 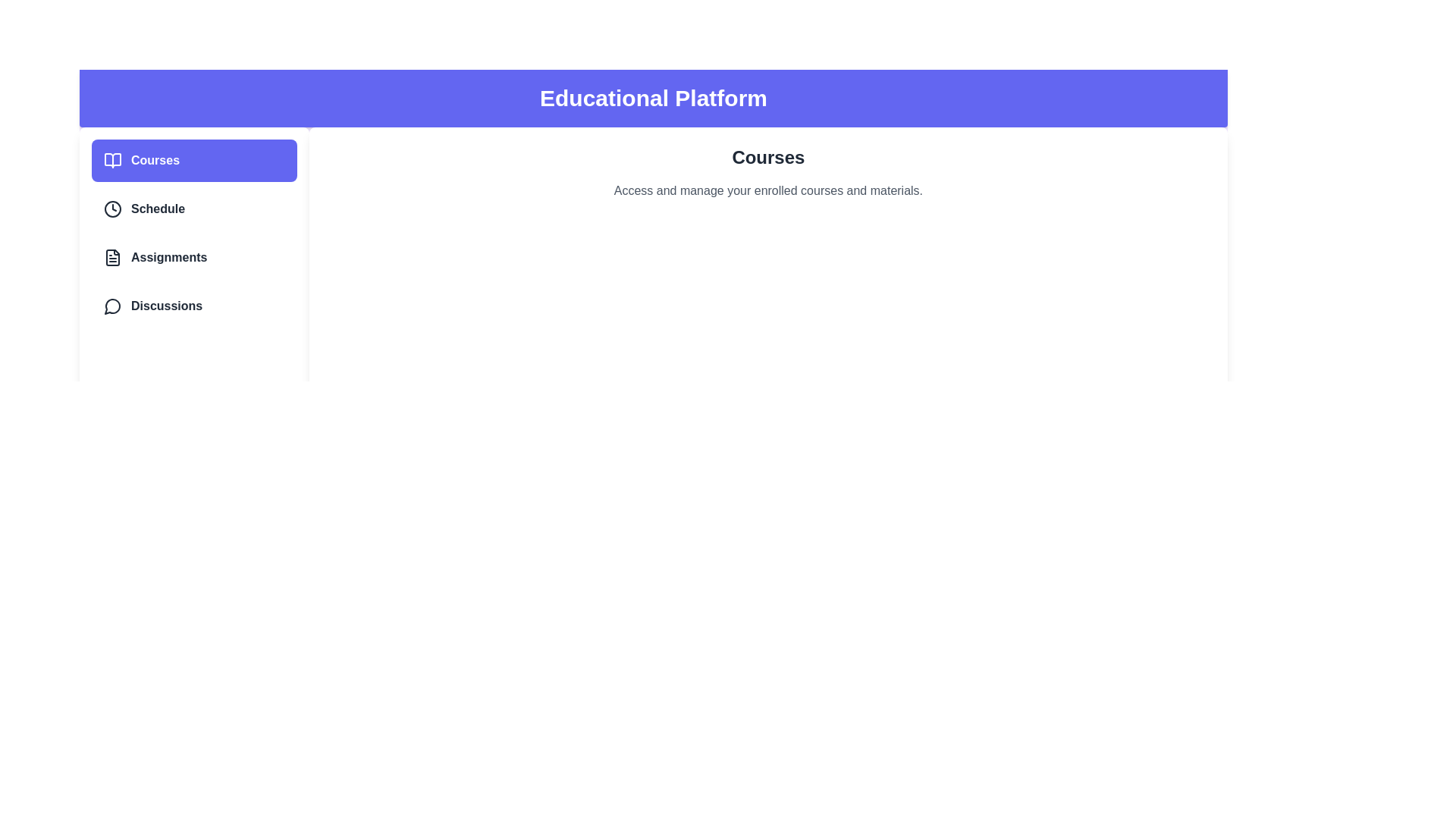 I want to click on the tab labeled Schedule in the sidebar, so click(x=193, y=209).